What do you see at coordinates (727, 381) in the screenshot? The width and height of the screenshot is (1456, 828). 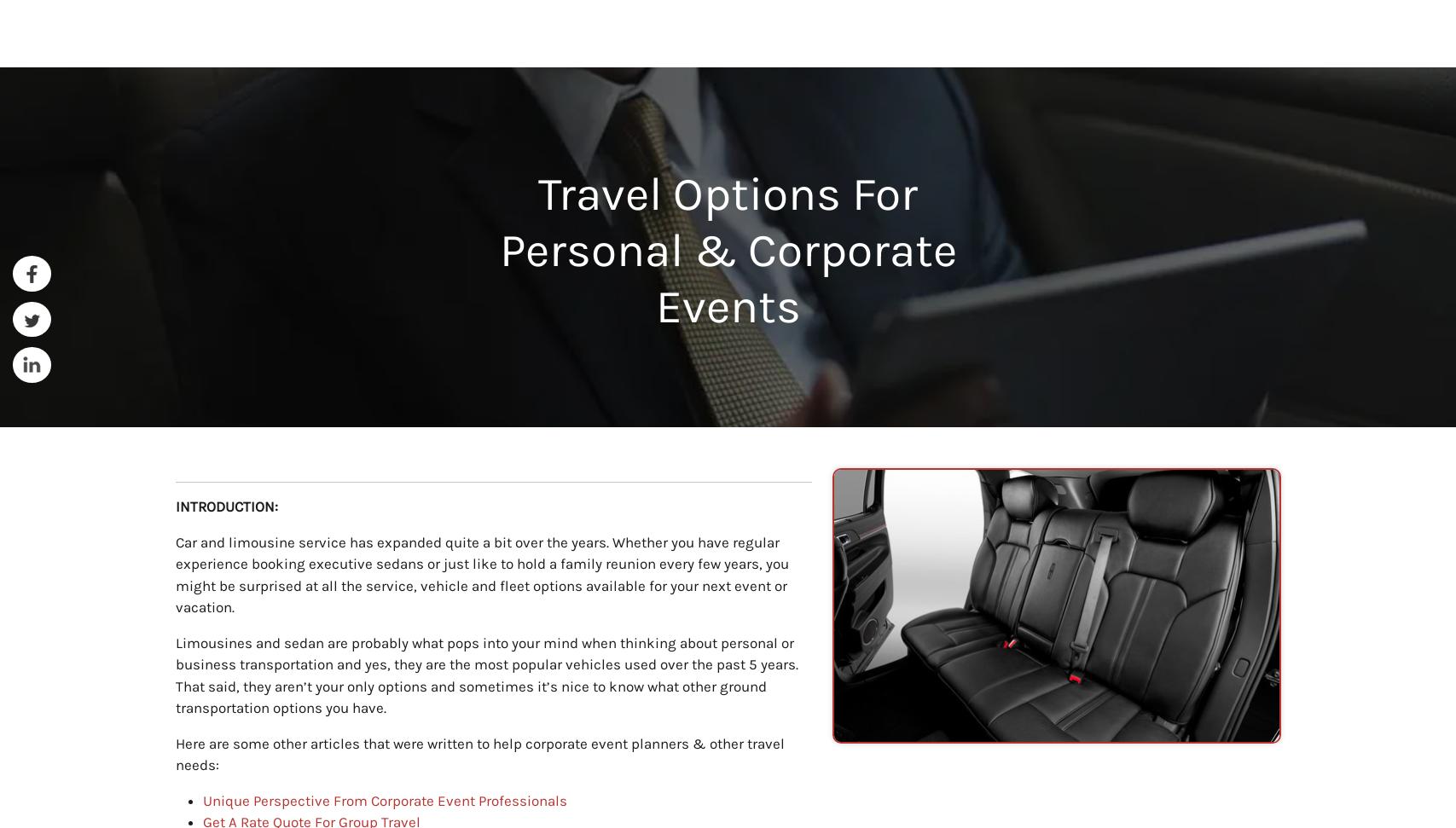 I see `'Clients Testimonials'` at bounding box center [727, 381].